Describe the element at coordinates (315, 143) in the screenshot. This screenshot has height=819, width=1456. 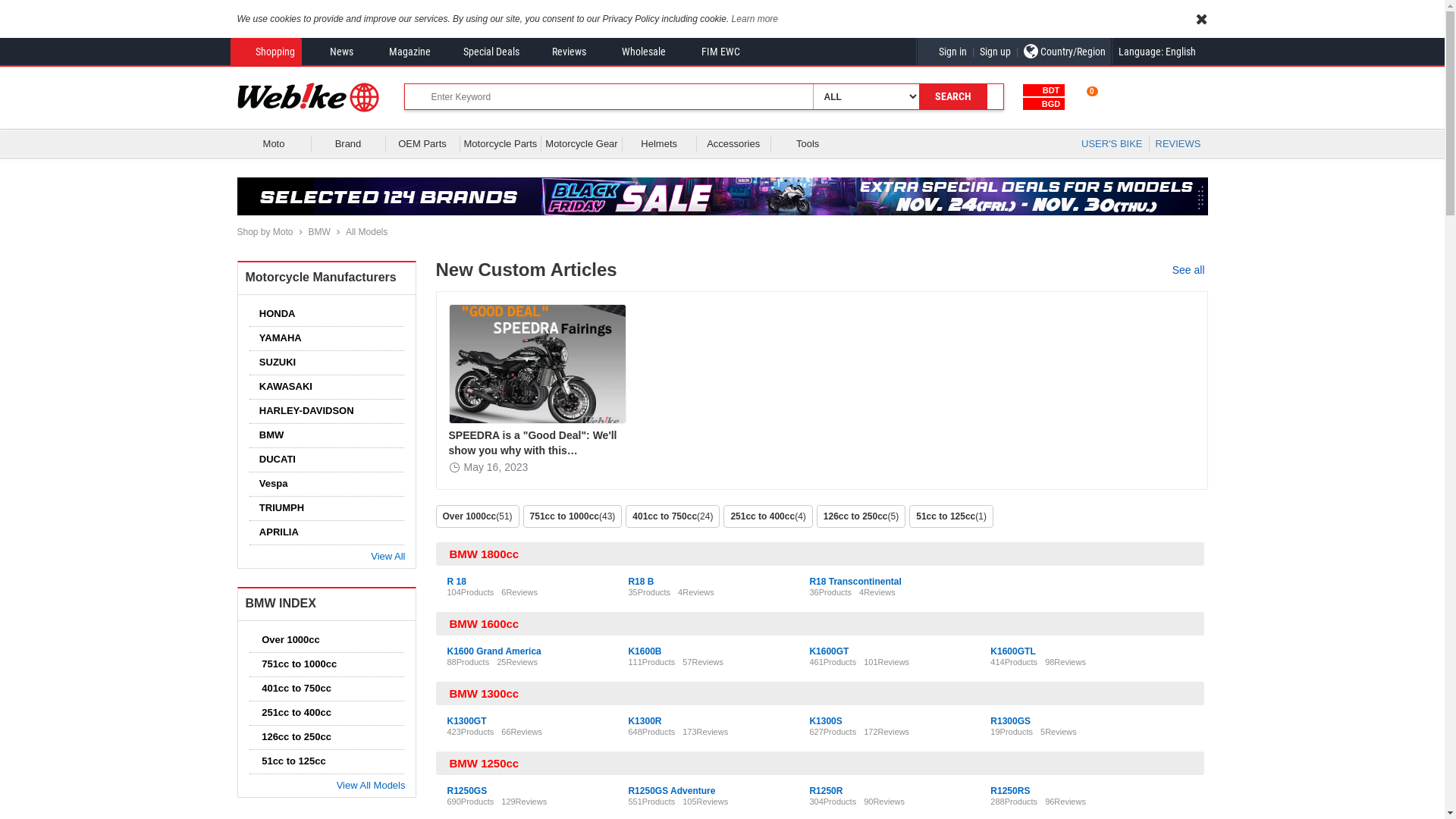
I see `'Brand'` at that location.